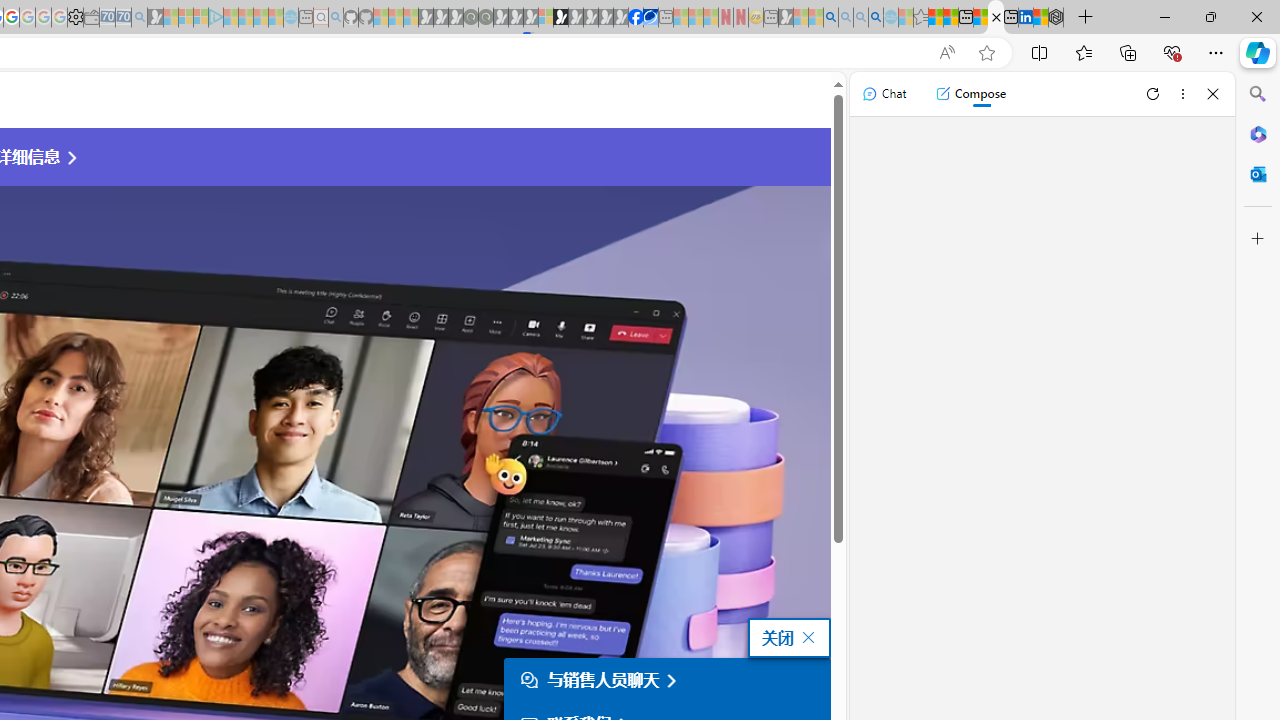 This screenshot has width=1280, height=720. What do you see at coordinates (545, 17) in the screenshot?
I see `'Sign in to your account - Sleeping'` at bounding box center [545, 17].